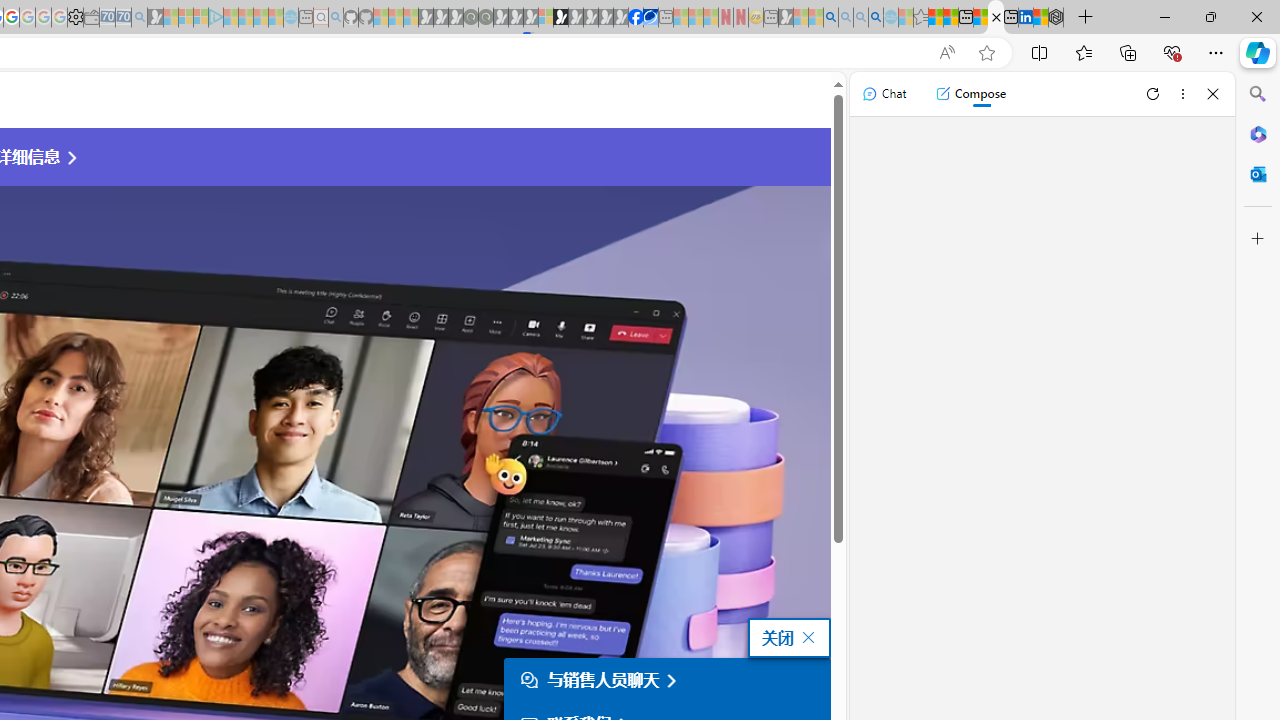 This screenshot has width=1280, height=720. What do you see at coordinates (545, 17) in the screenshot?
I see `'Sign in to your account - Sleeping'` at bounding box center [545, 17].